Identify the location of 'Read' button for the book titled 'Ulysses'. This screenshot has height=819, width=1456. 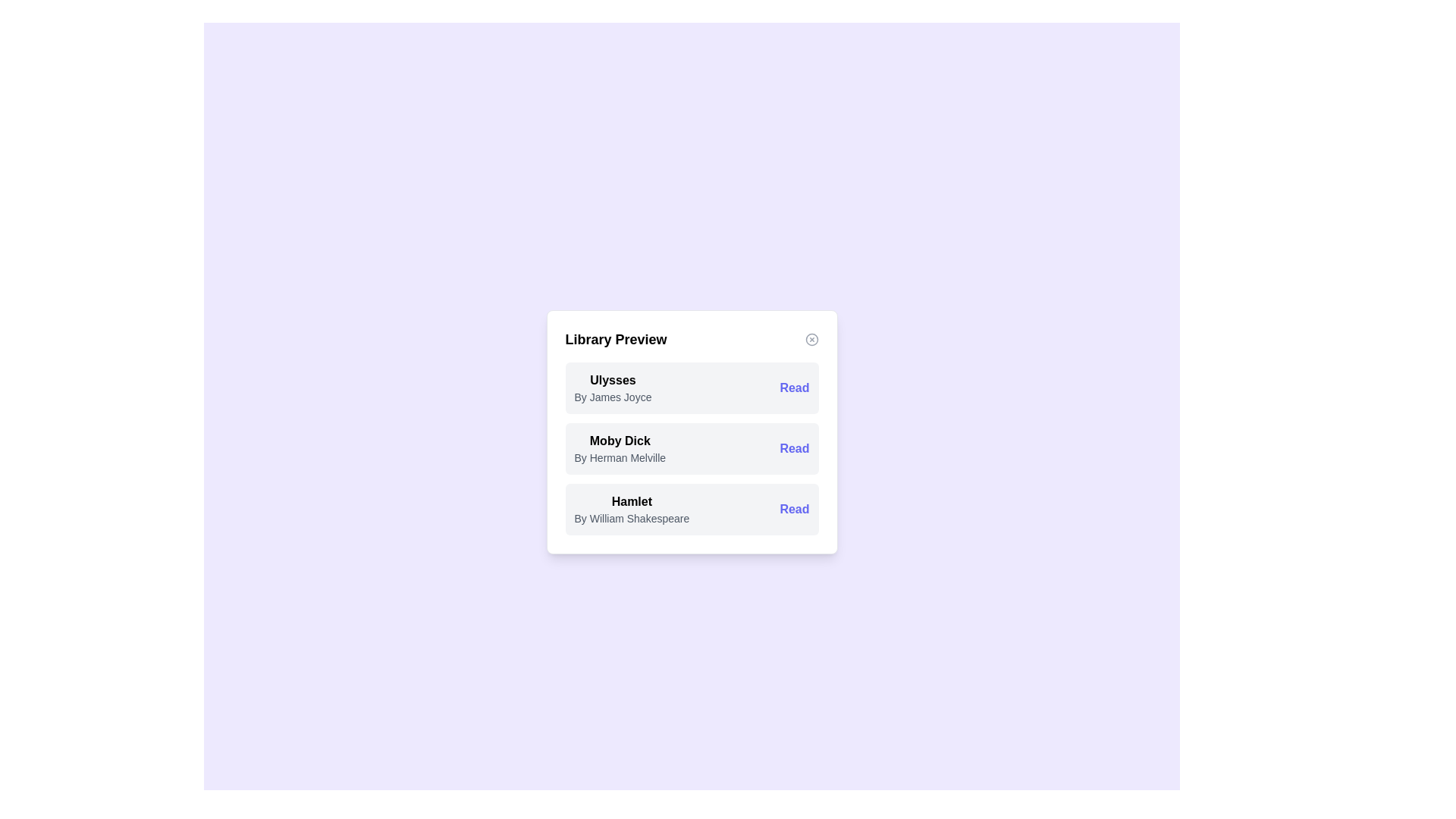
(793, 388).